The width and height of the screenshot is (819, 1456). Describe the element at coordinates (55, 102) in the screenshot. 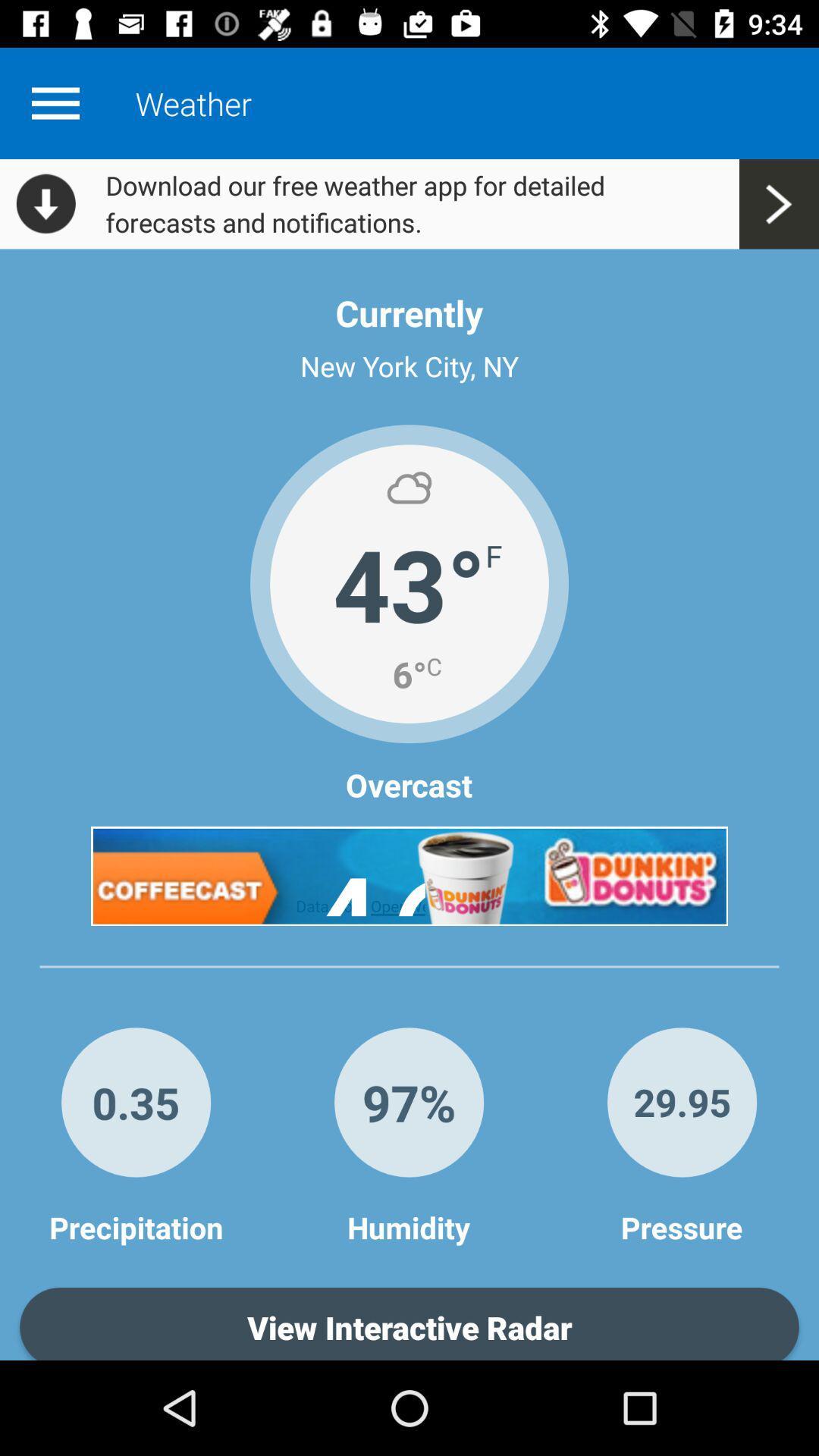

I see `the menu icon` at that location.